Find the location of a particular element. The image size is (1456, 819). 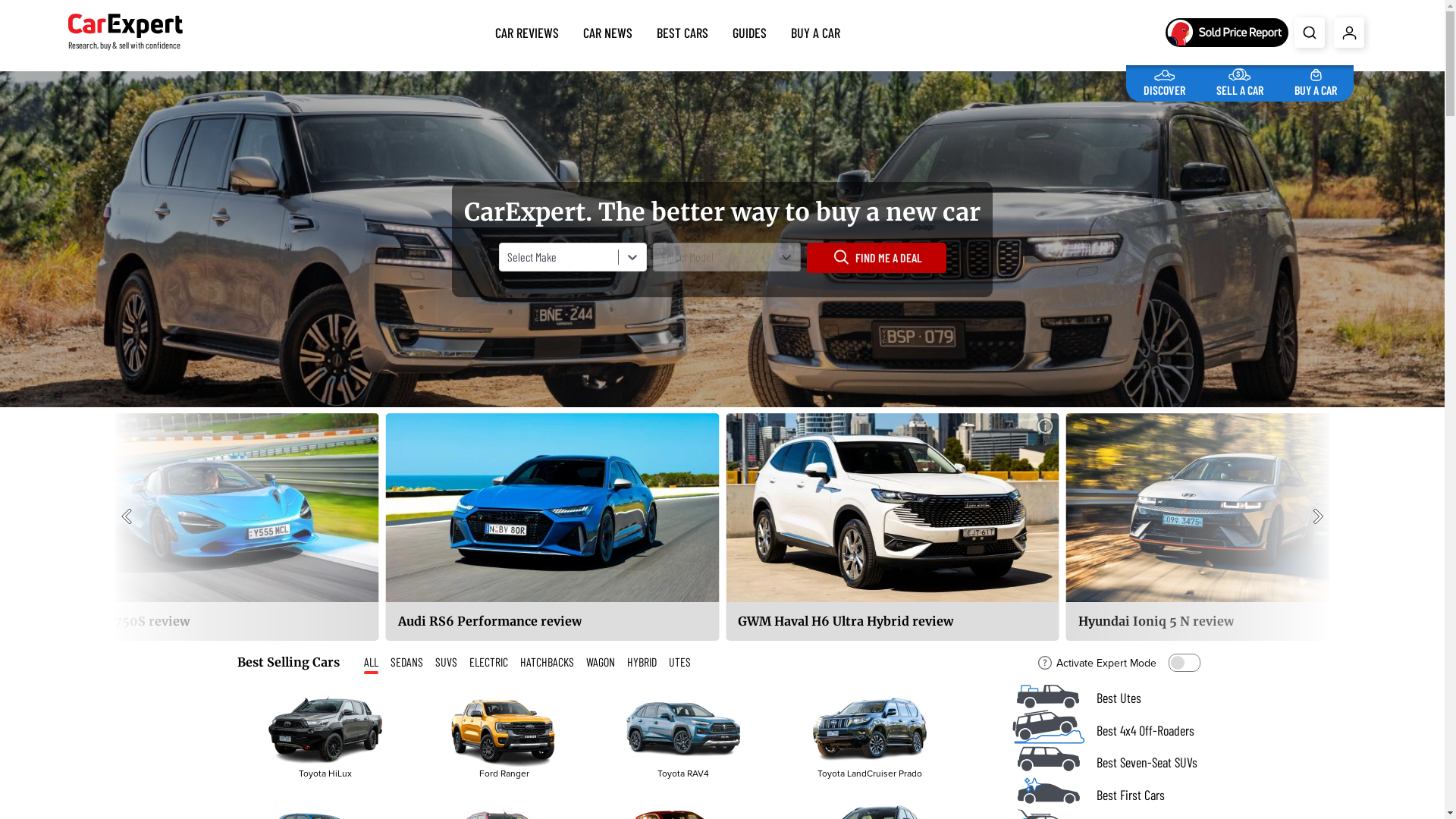

'BEST CARS' is located at coordinates (682, 29).